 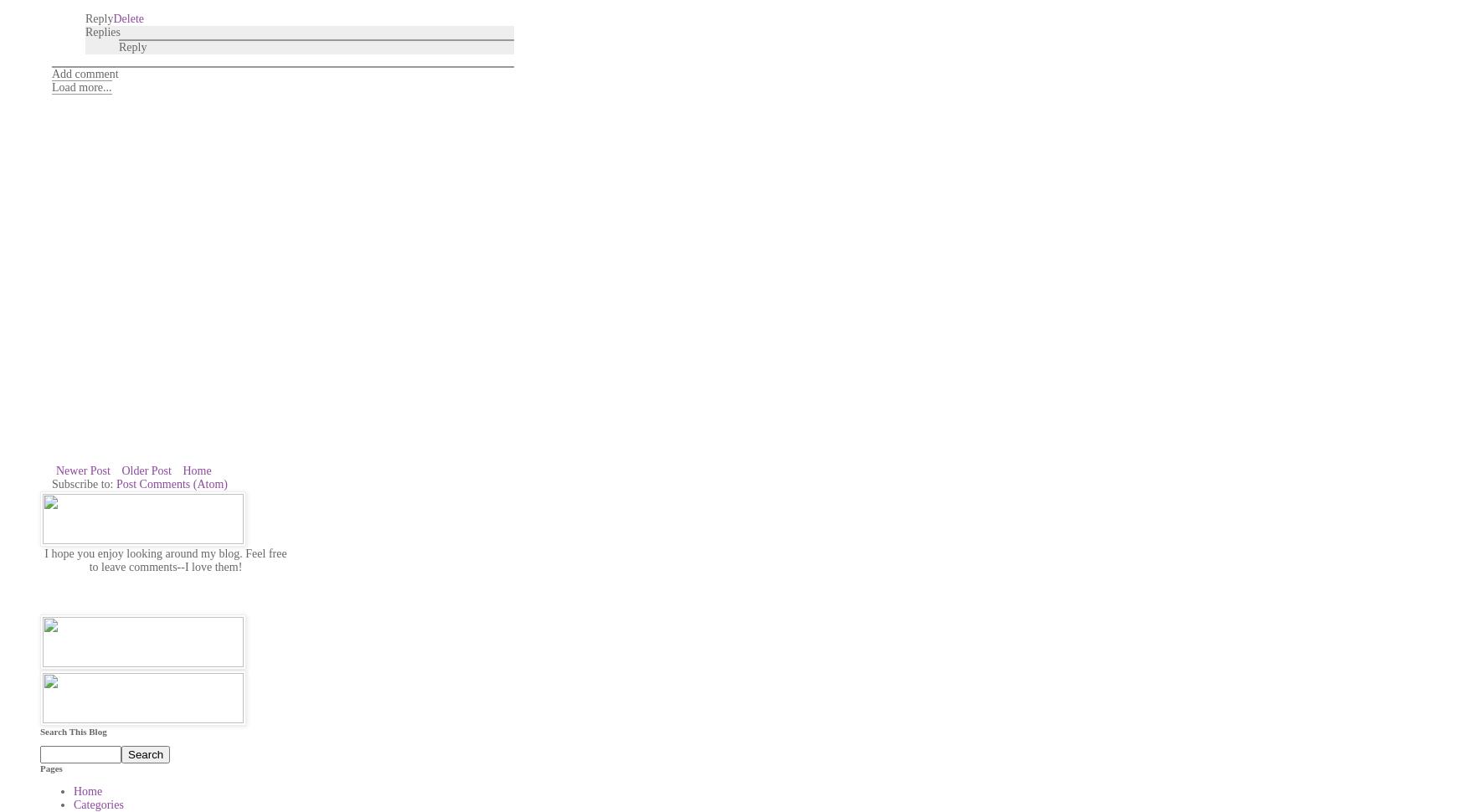 I want to click on 'Newer Post', so click(x=81, y=469).